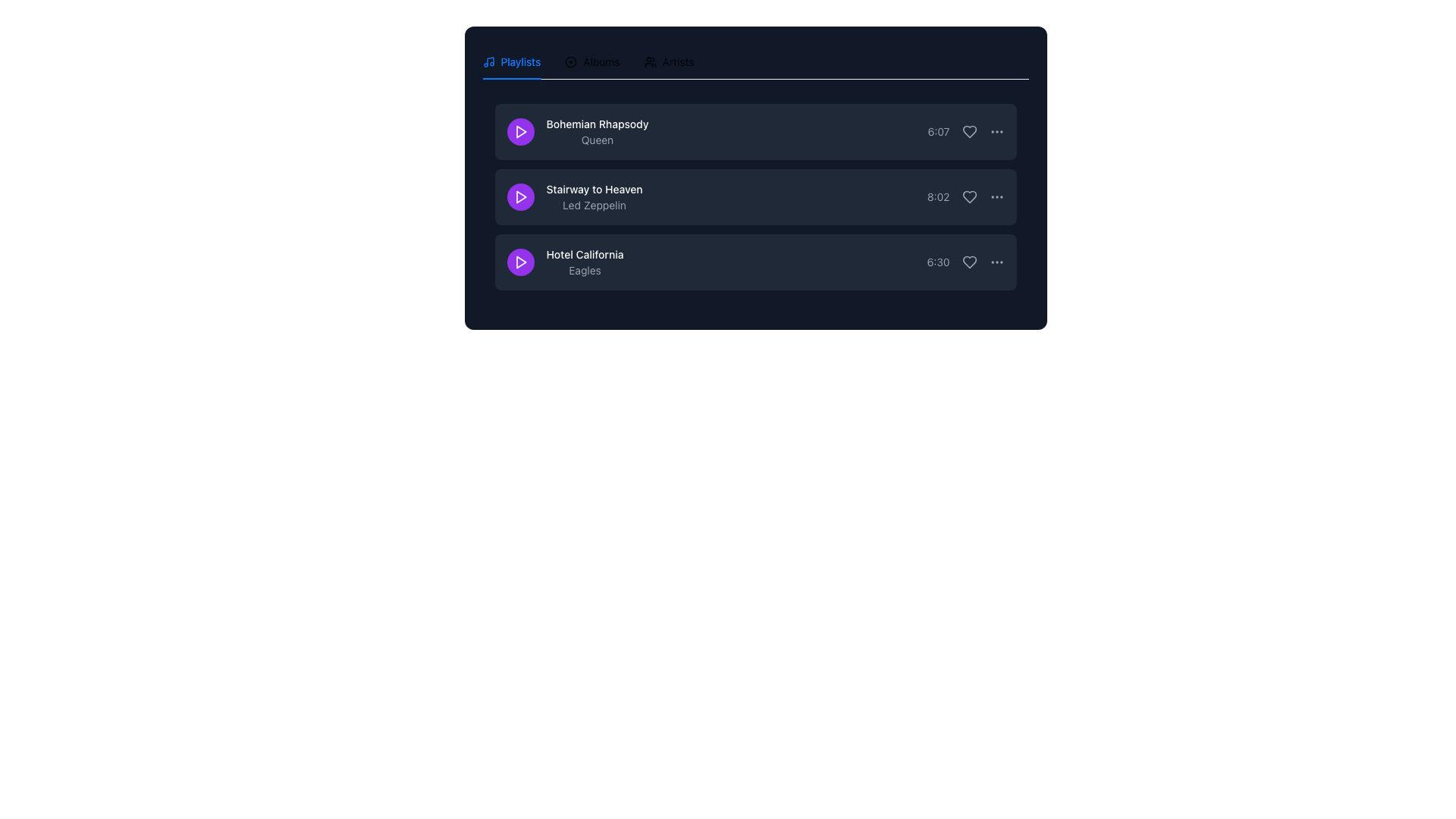  Describe the element at coordinates (937, 196) in the screenshot. I see `the text label displaying '8:02' in a small font size with a light gray color, located in the second row of the song list, to the left of the heart icon and ellipsis icon` at that location.